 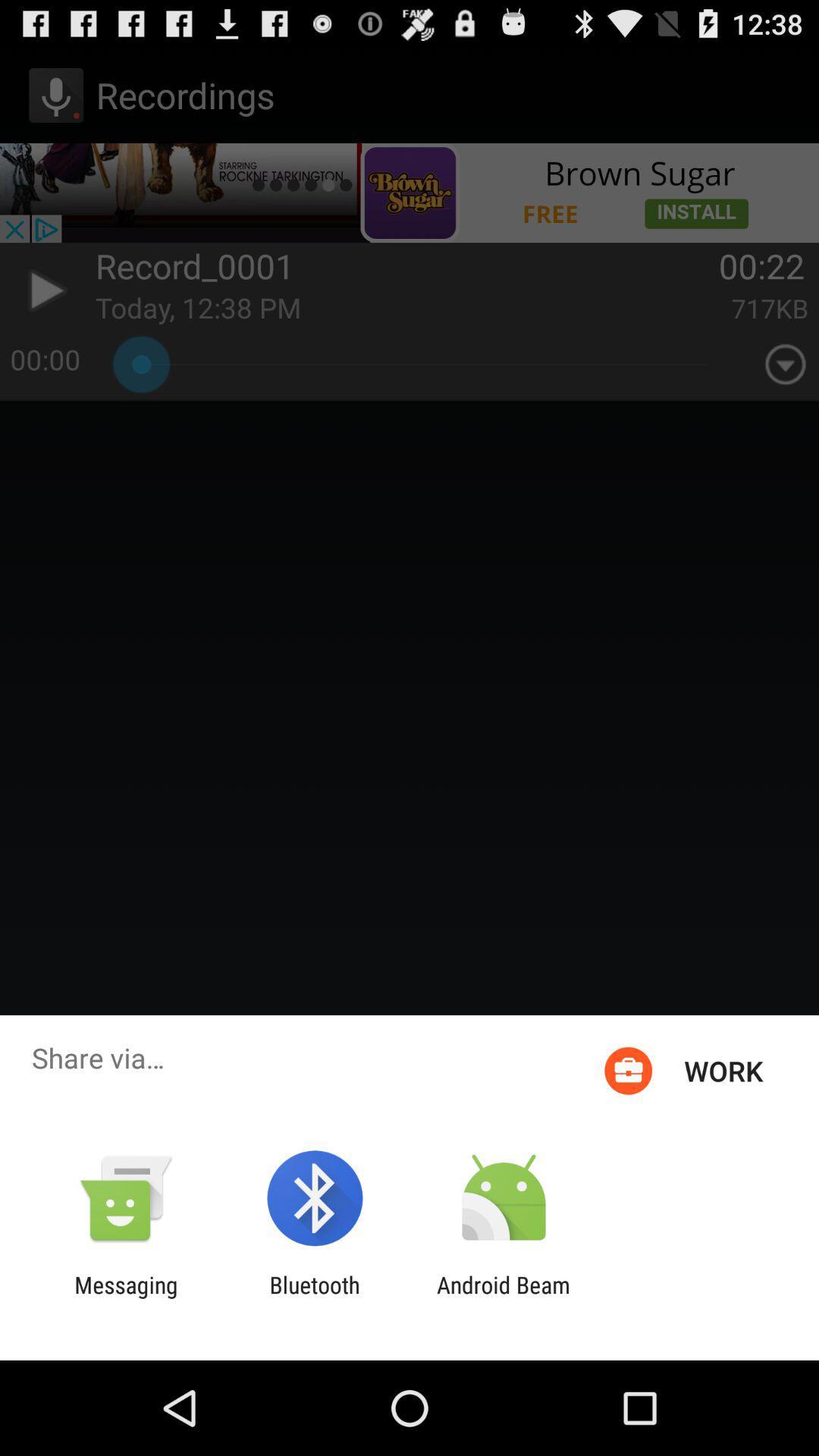 I want to click on the icon to the left of the android beam, so click(x=314, y=1298).